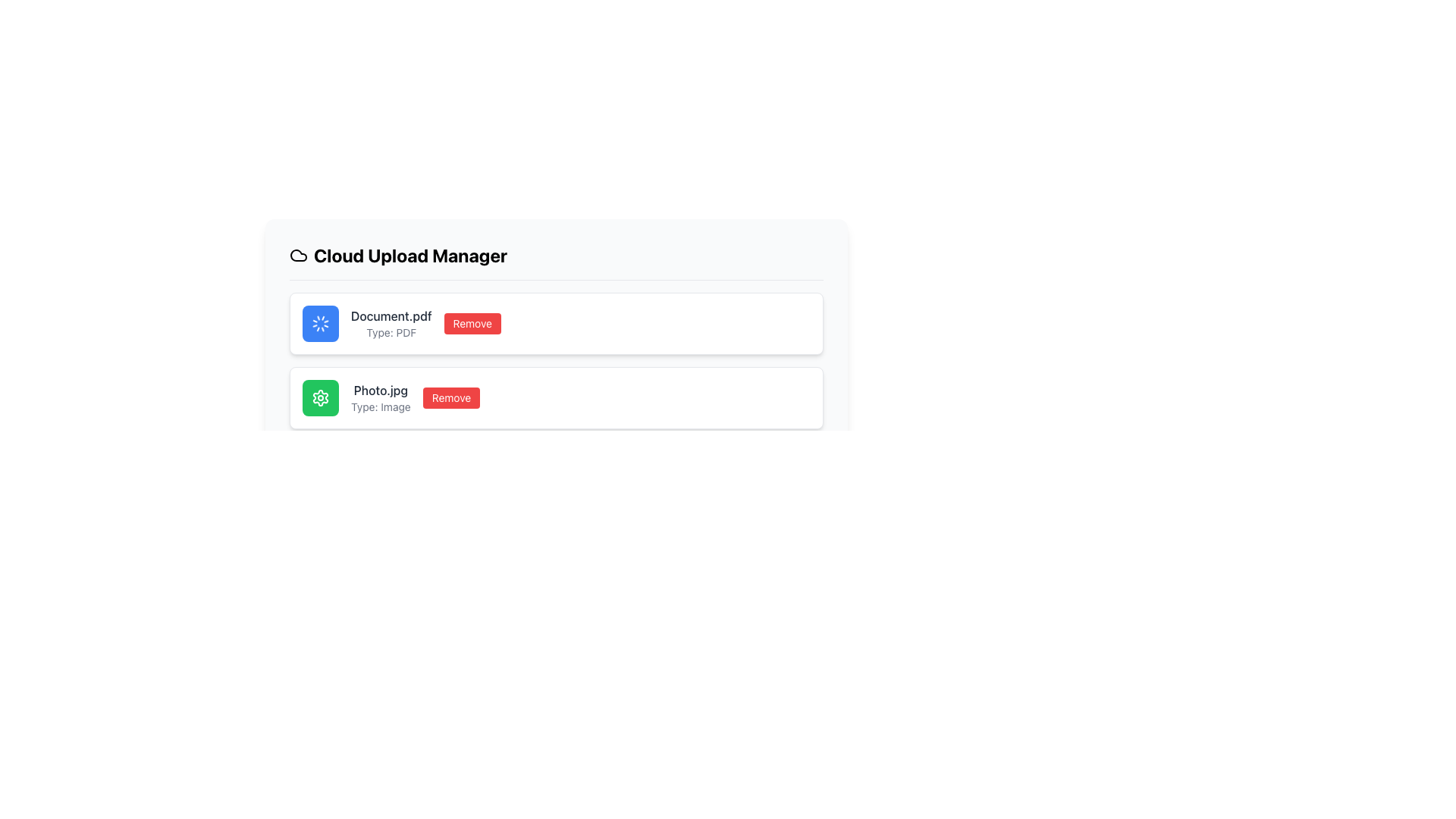 This screenshot has width=1456, height=819. I want to click on the loading indicator within the button that indicates an upload or processing operation for 'Document.pdf', so click(319, 323).